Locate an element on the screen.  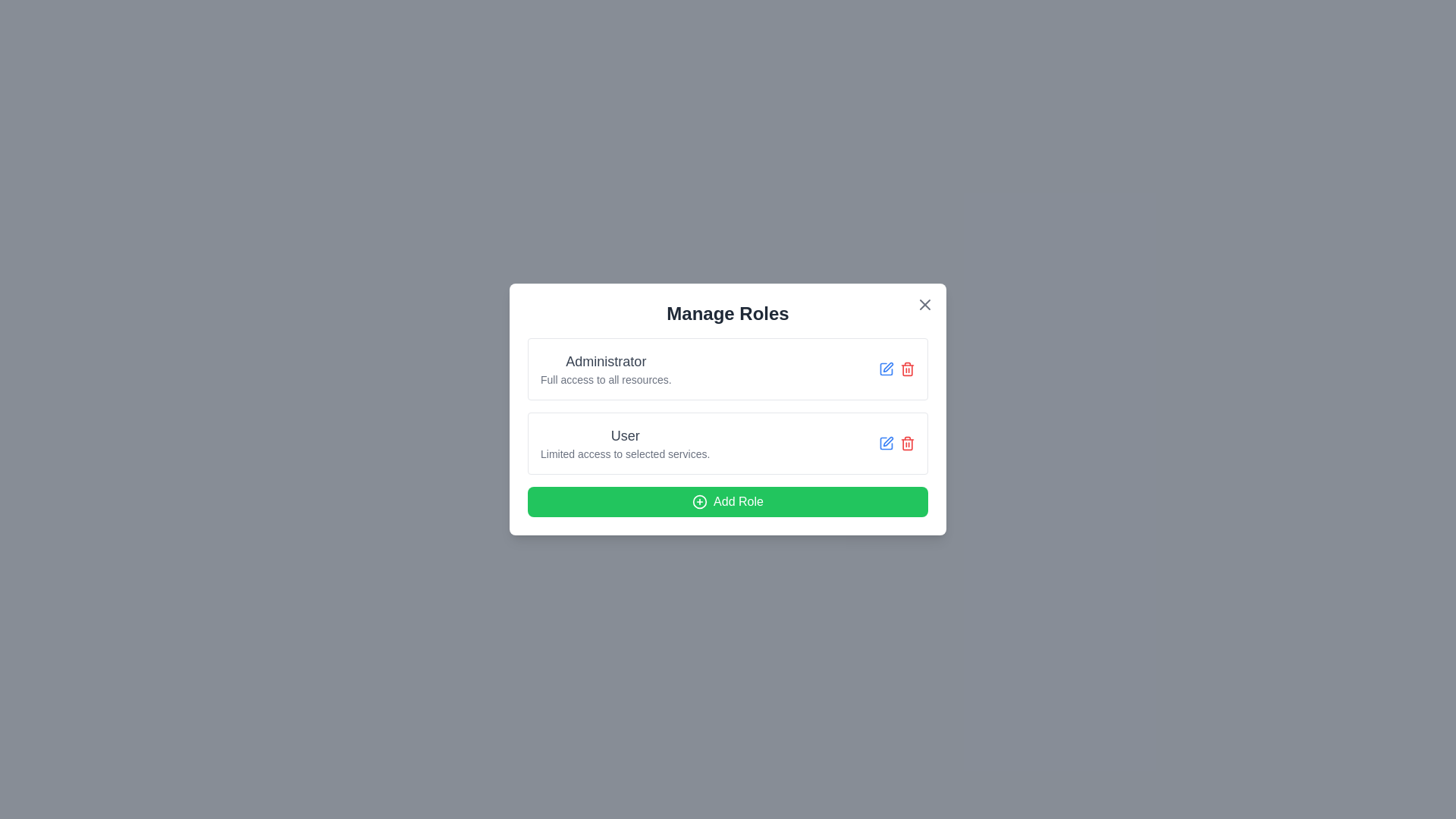
the 'Administrator' label in the user management interface, which is situated at the top of the section containing additional descriptive text is located at coordinates (605, 362).